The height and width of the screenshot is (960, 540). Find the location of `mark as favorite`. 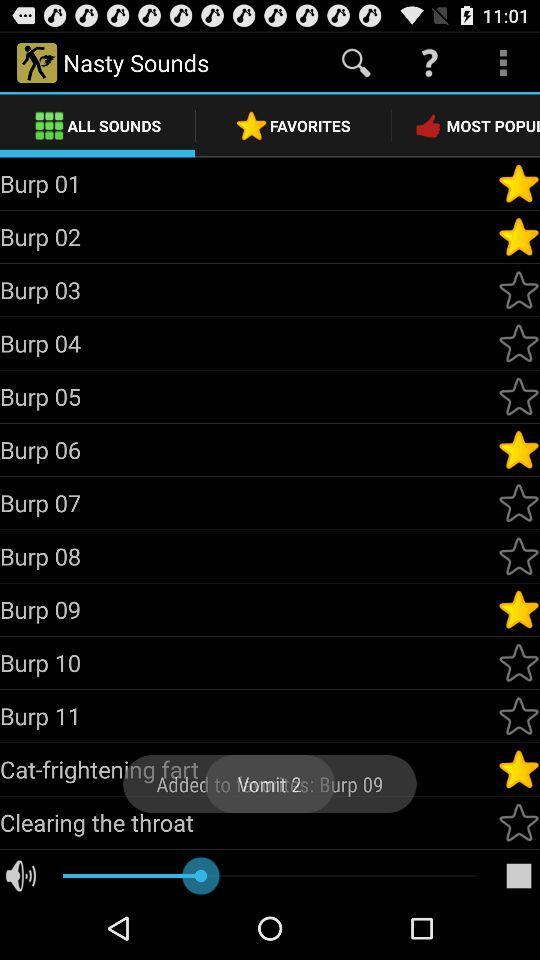

mark as favorite is located at coordinates (518, 237).